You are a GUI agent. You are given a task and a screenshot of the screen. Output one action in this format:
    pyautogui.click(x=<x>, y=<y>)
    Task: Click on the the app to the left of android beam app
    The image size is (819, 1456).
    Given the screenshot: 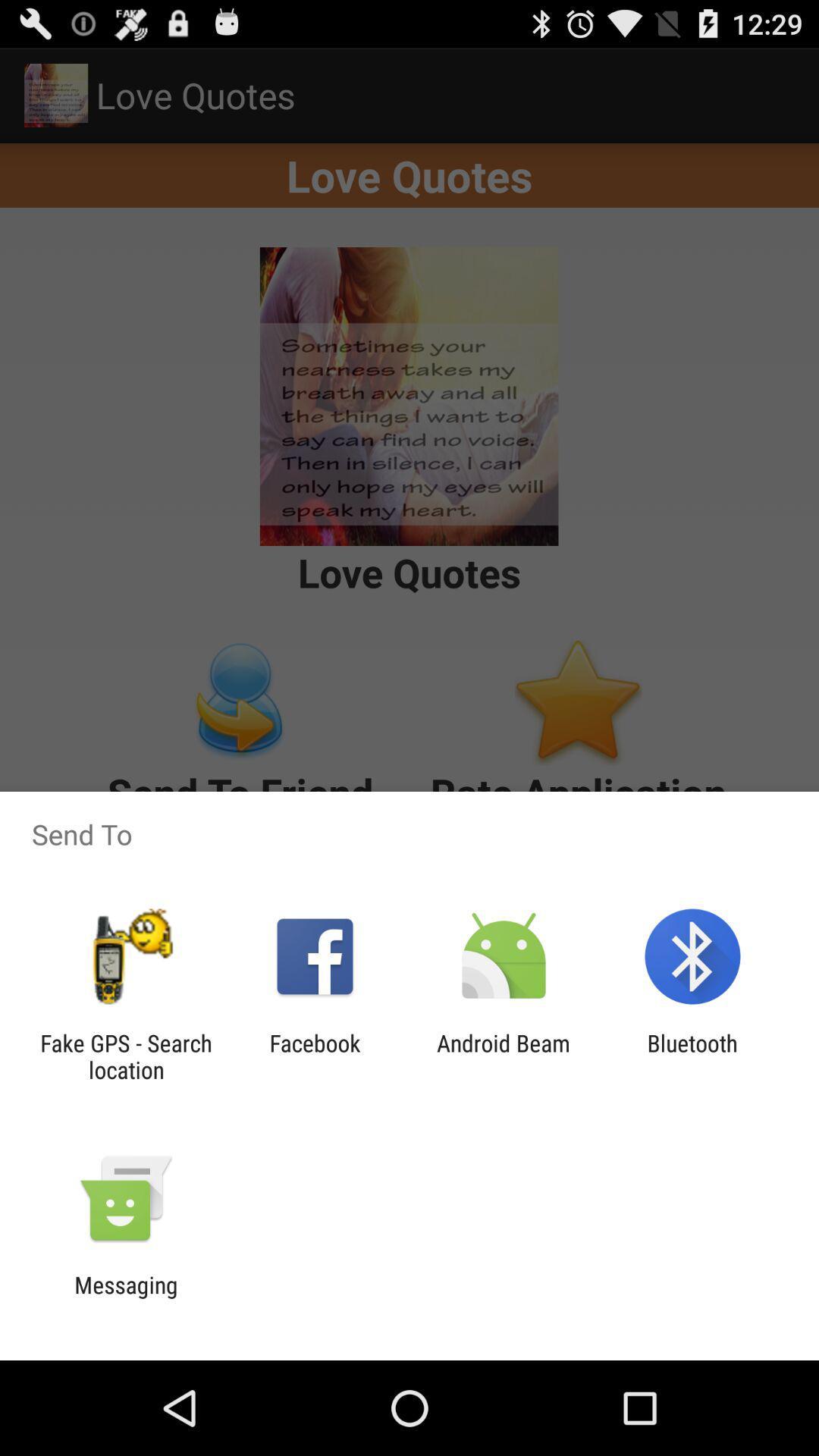 What is the action you would take?
    pyautogui.click(x=314, y=1056)
    